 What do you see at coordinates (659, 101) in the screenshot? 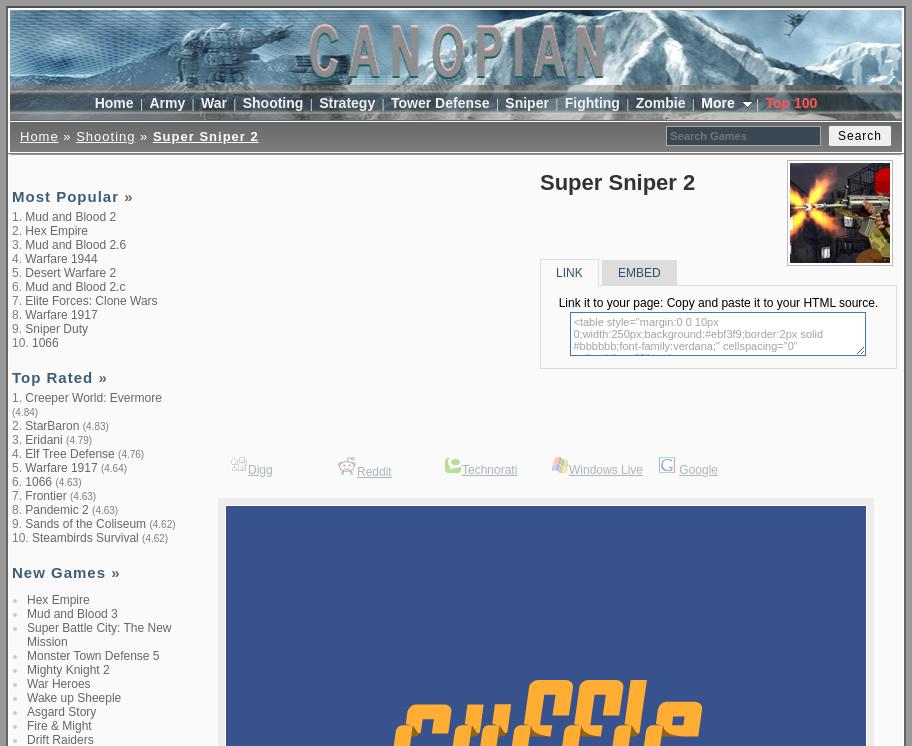
I see `'Zombie'` at bounding box center [659, 101].